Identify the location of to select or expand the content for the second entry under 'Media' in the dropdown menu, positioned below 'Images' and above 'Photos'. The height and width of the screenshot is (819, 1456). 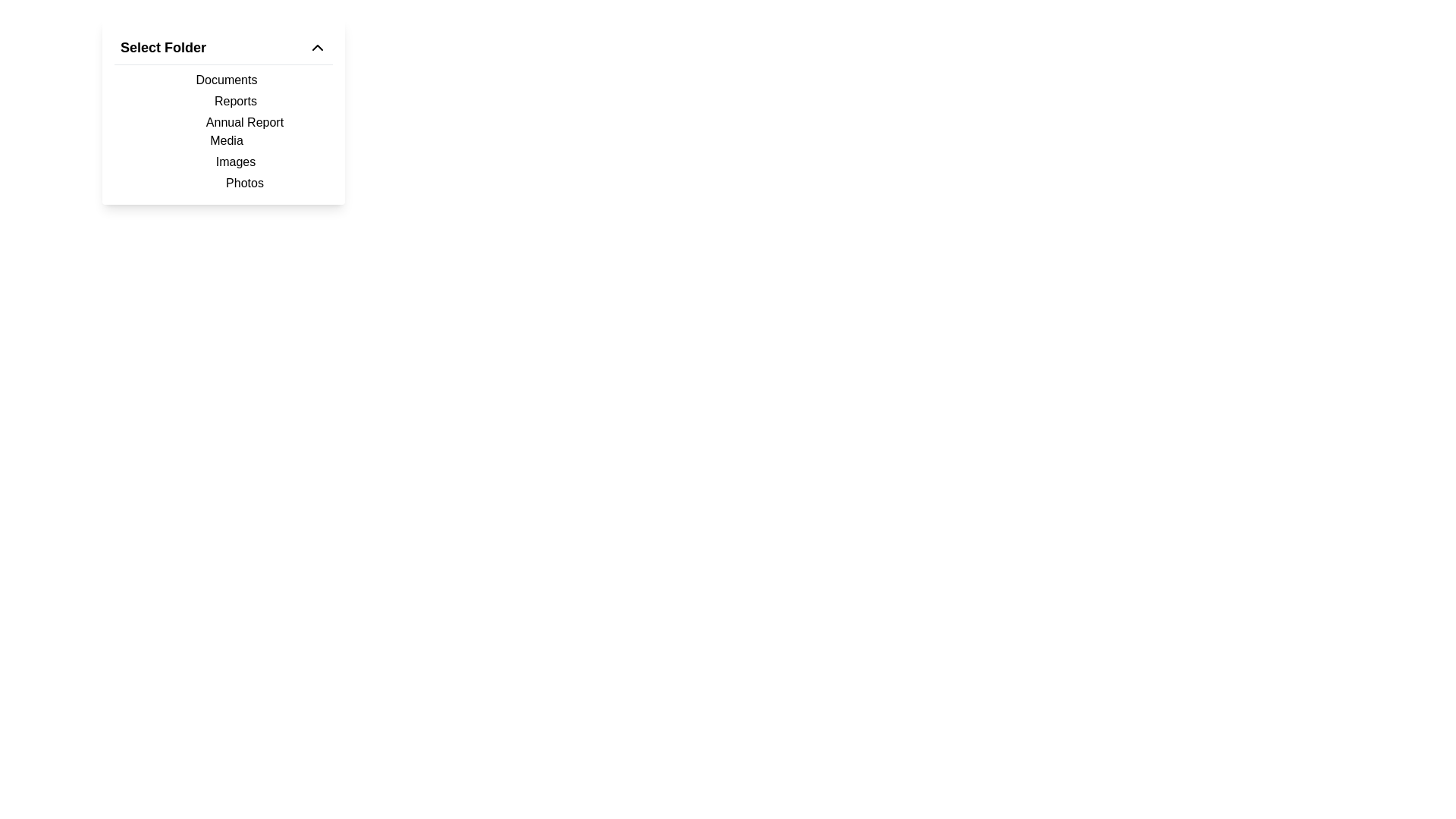
(222, 162).